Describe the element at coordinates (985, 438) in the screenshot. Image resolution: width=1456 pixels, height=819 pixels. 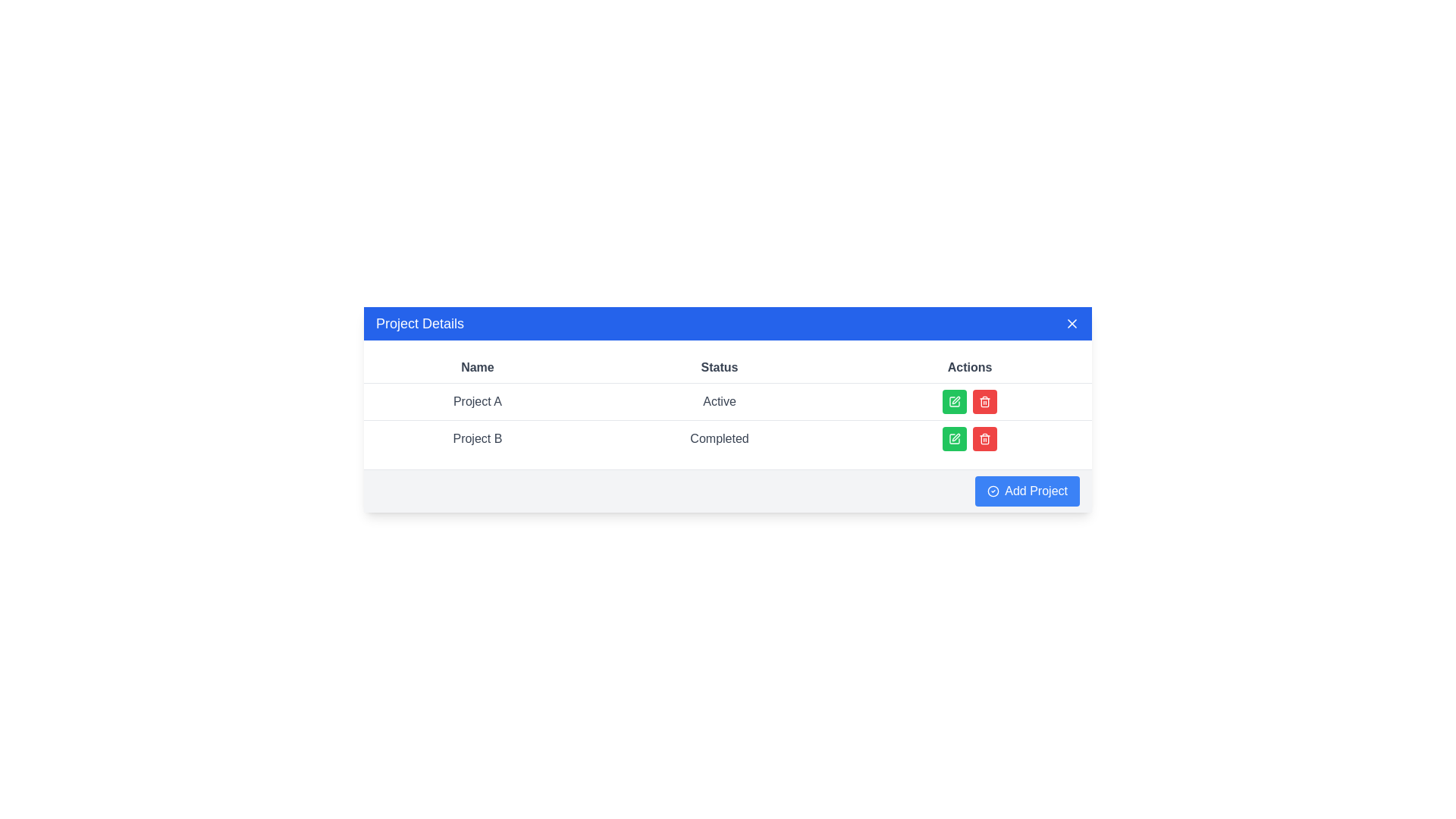
I see `the delete button with an icon for 'Project B', which is the second button in the Actions column of the list` at that location.